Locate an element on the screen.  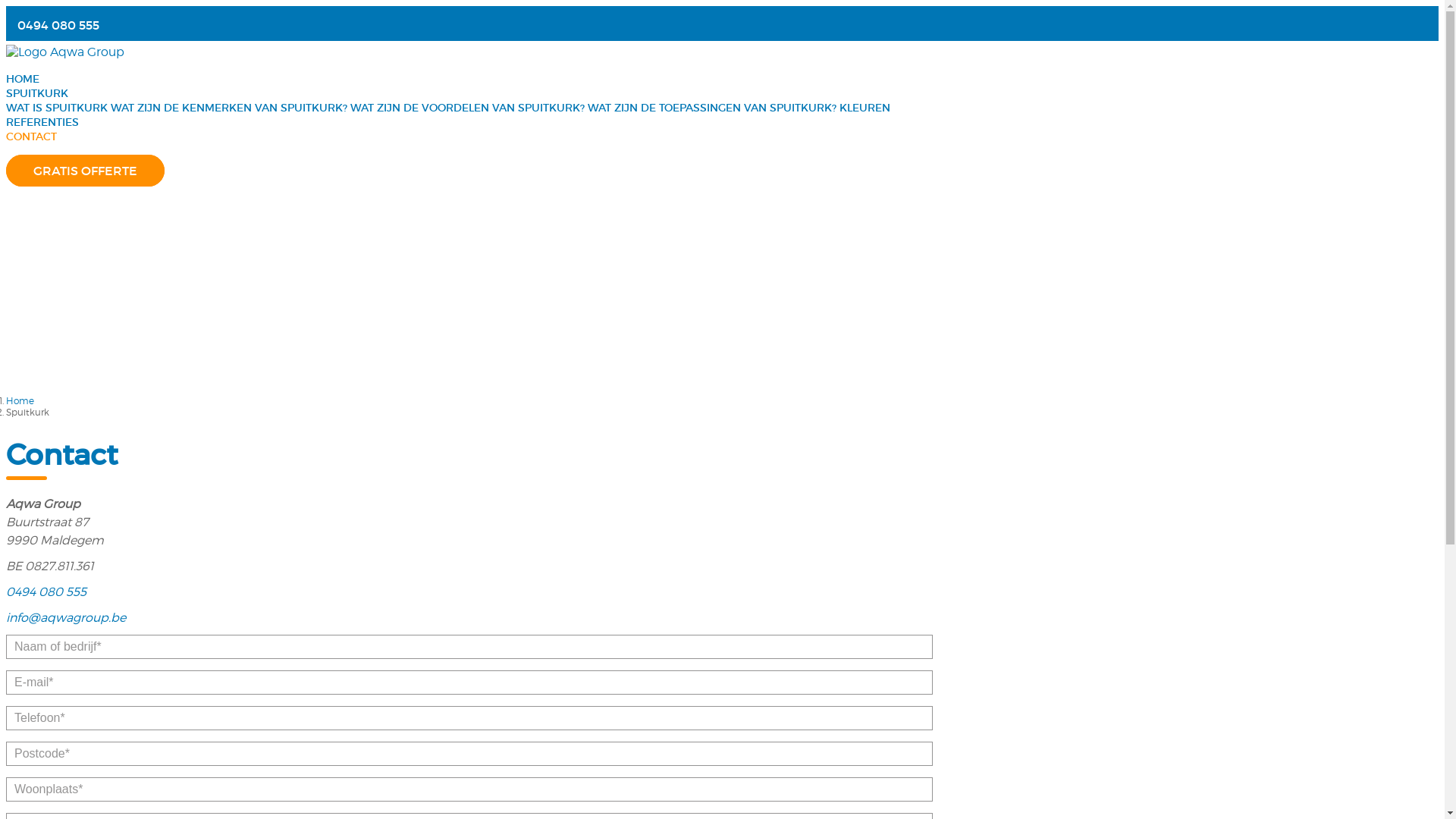
'Logo Aqwa Group' is located at coordinates (64, 51).